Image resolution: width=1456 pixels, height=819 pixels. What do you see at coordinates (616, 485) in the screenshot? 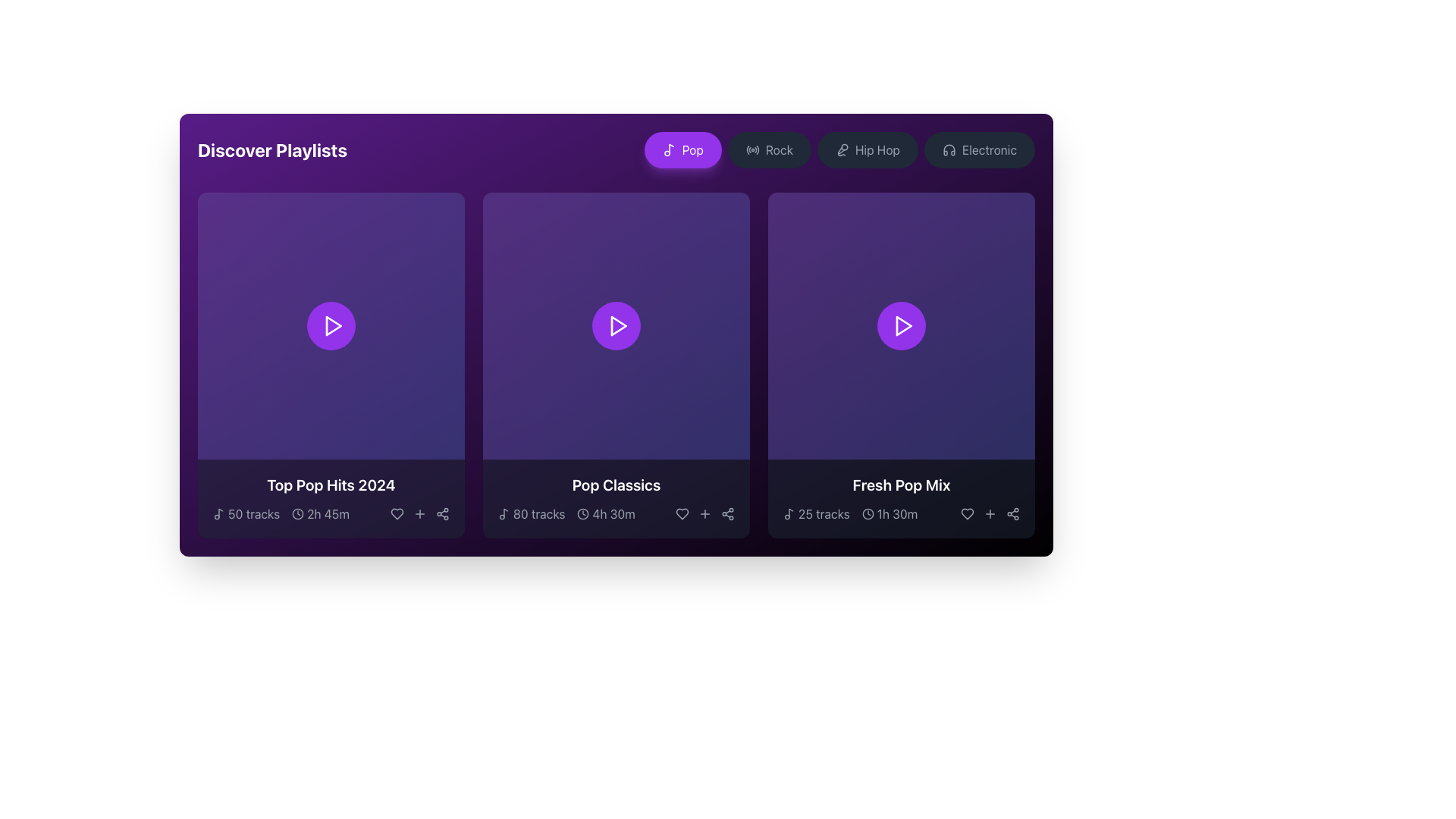
I see `the 'Pop Classics' text label, which is prominently displayed in a large, bold, white font, positioned within a dark background card, slightly above the bottom edge of the card` at bounding box center [616, 485].